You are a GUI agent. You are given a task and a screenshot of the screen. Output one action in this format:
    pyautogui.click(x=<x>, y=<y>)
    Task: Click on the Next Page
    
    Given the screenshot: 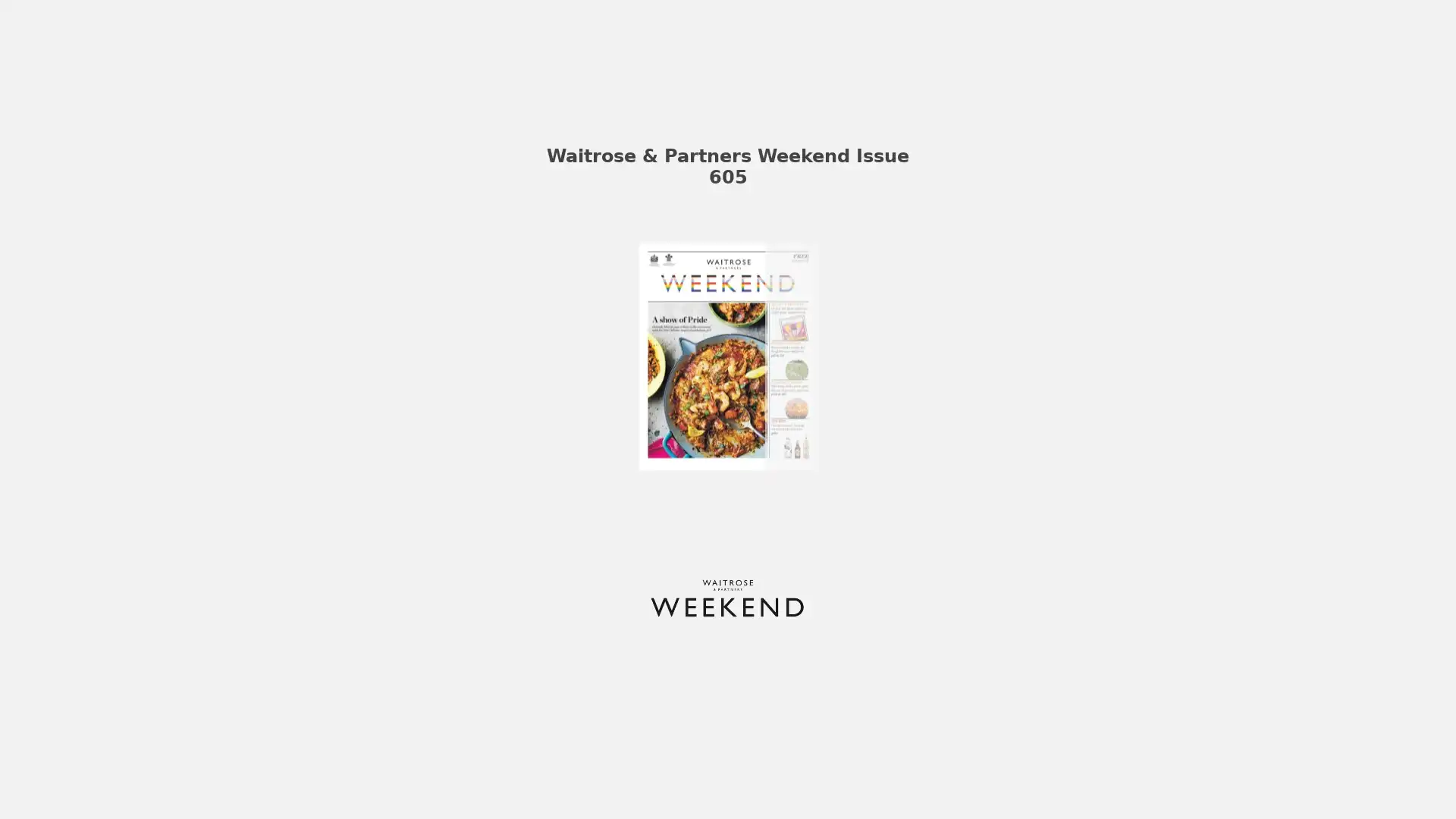 What is the action you would take?
    pyautogui.click(x=1016, y=409)
    